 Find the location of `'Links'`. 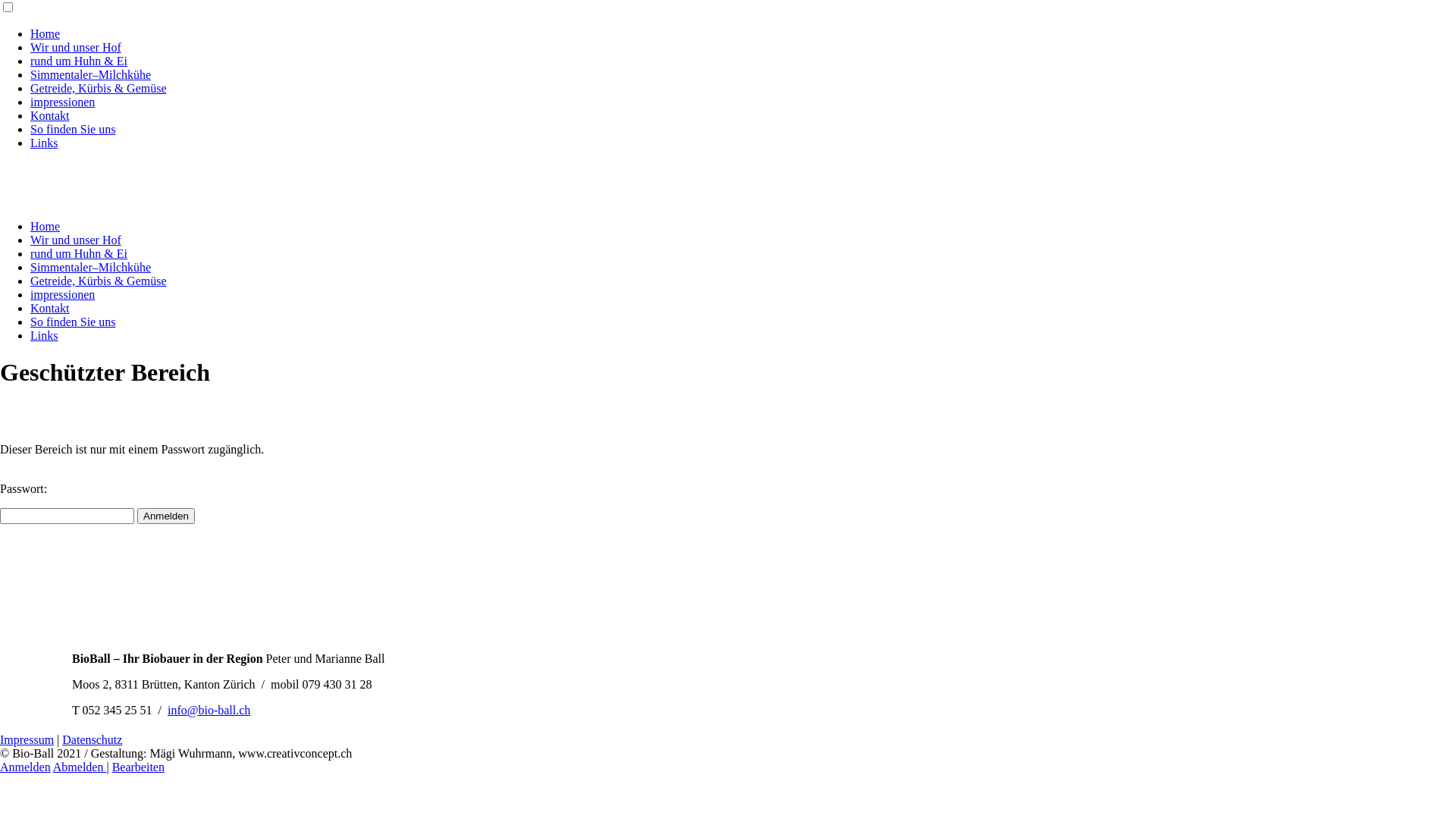

'Links' is located at coordinates (30, 143).